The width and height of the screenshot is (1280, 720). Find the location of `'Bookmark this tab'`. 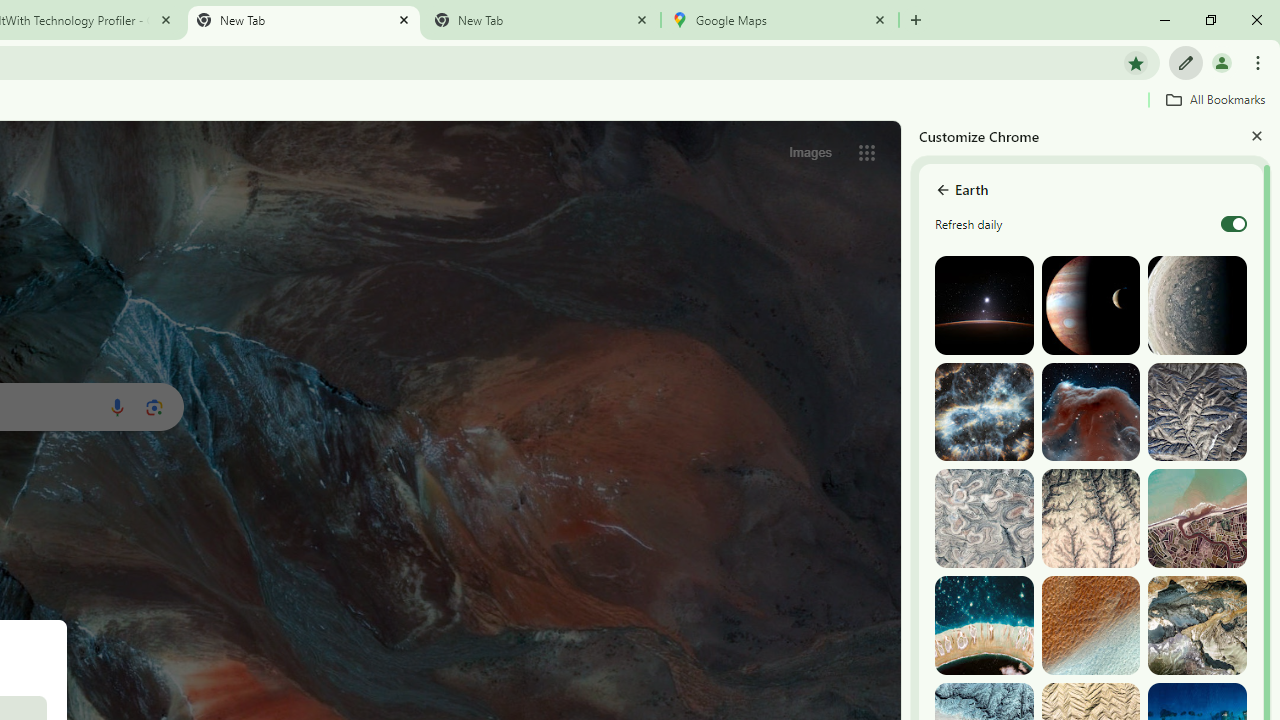

'Bookmark this tab' is located at coordinates (1136, 61).